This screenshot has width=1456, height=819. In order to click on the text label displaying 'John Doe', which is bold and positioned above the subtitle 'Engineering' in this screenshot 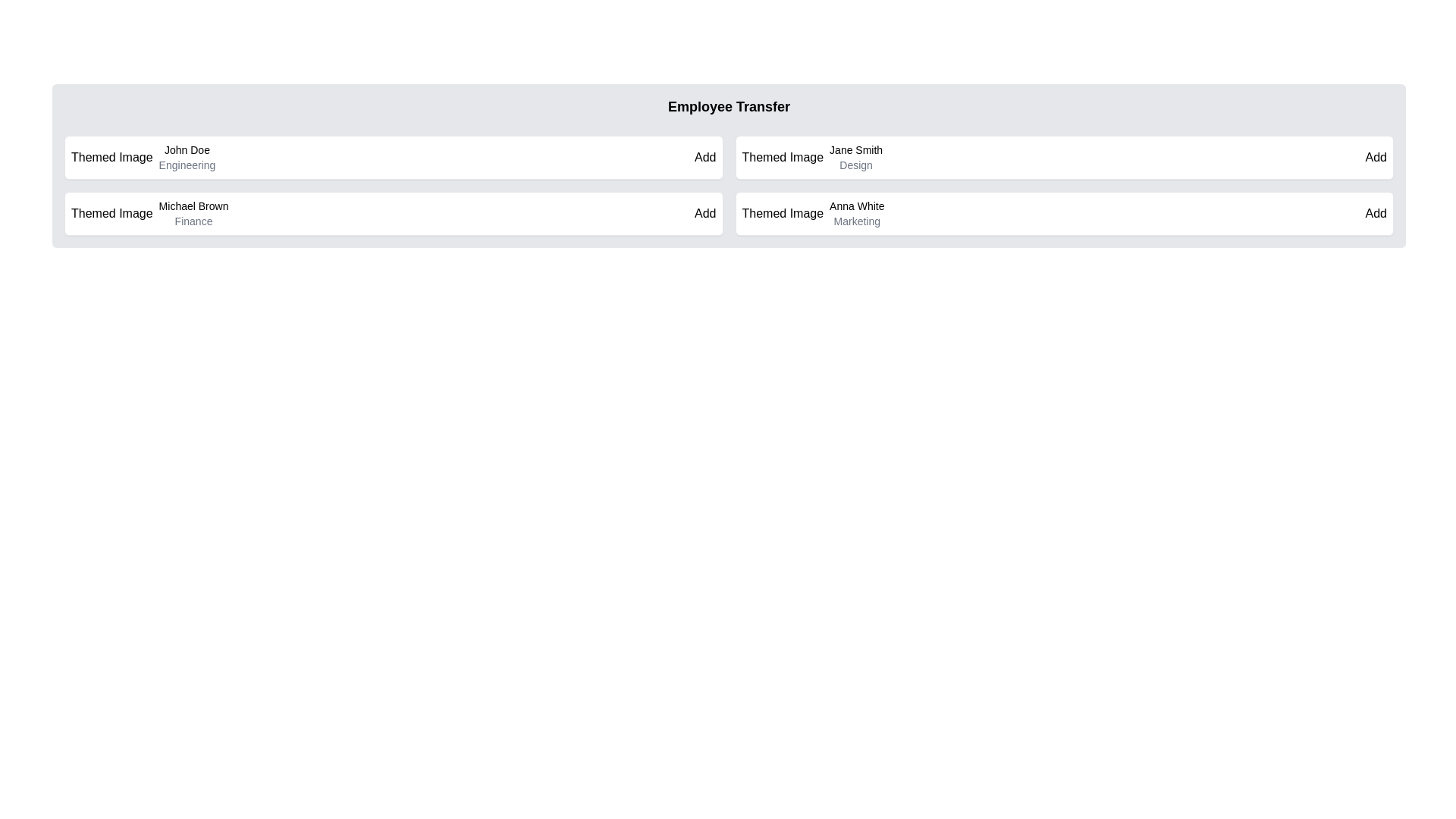, I will do `click(186, 149)`.